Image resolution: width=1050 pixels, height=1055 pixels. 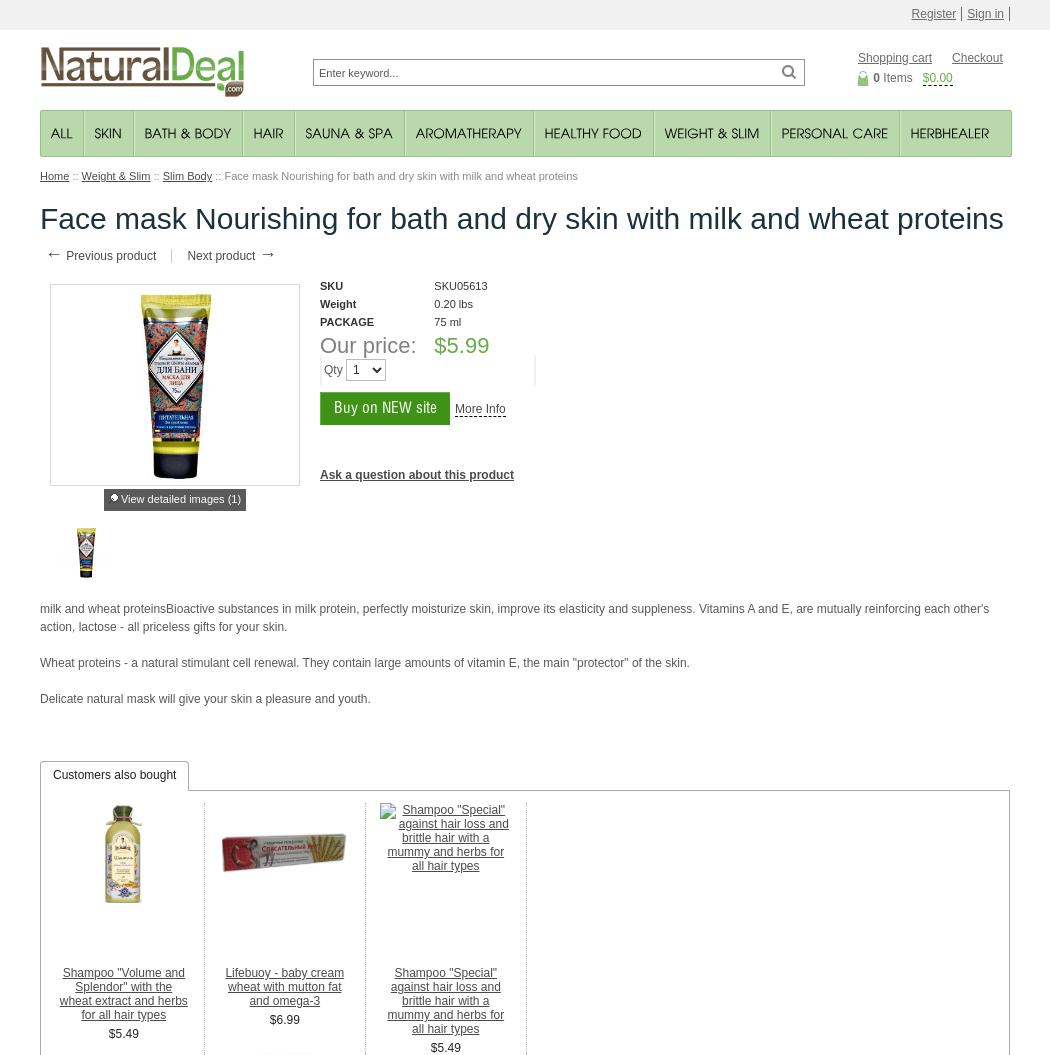 I want to click on 'More Info', so click(x=479, y=409).